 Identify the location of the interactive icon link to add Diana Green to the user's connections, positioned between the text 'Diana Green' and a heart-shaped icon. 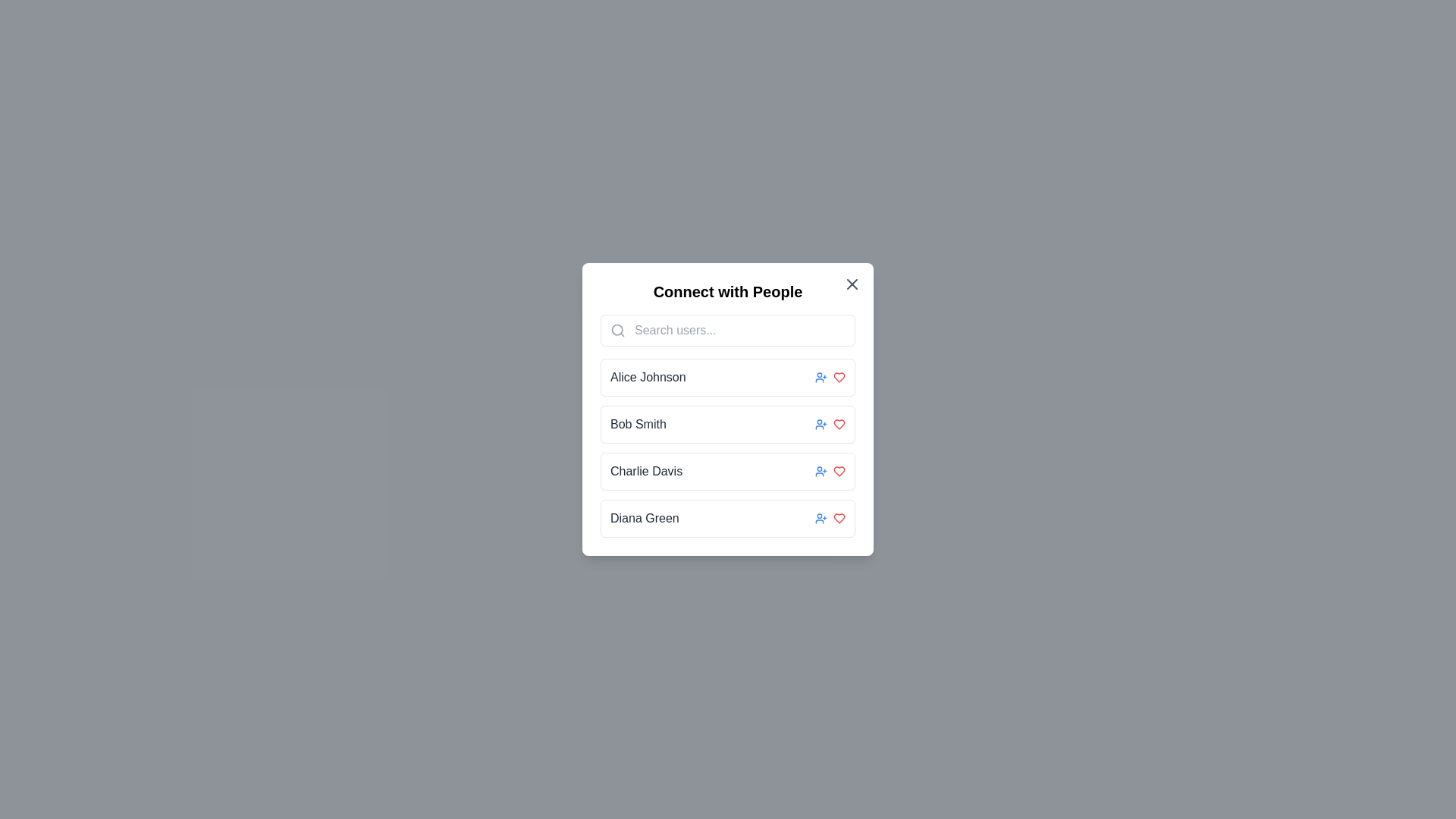
(821, 517).